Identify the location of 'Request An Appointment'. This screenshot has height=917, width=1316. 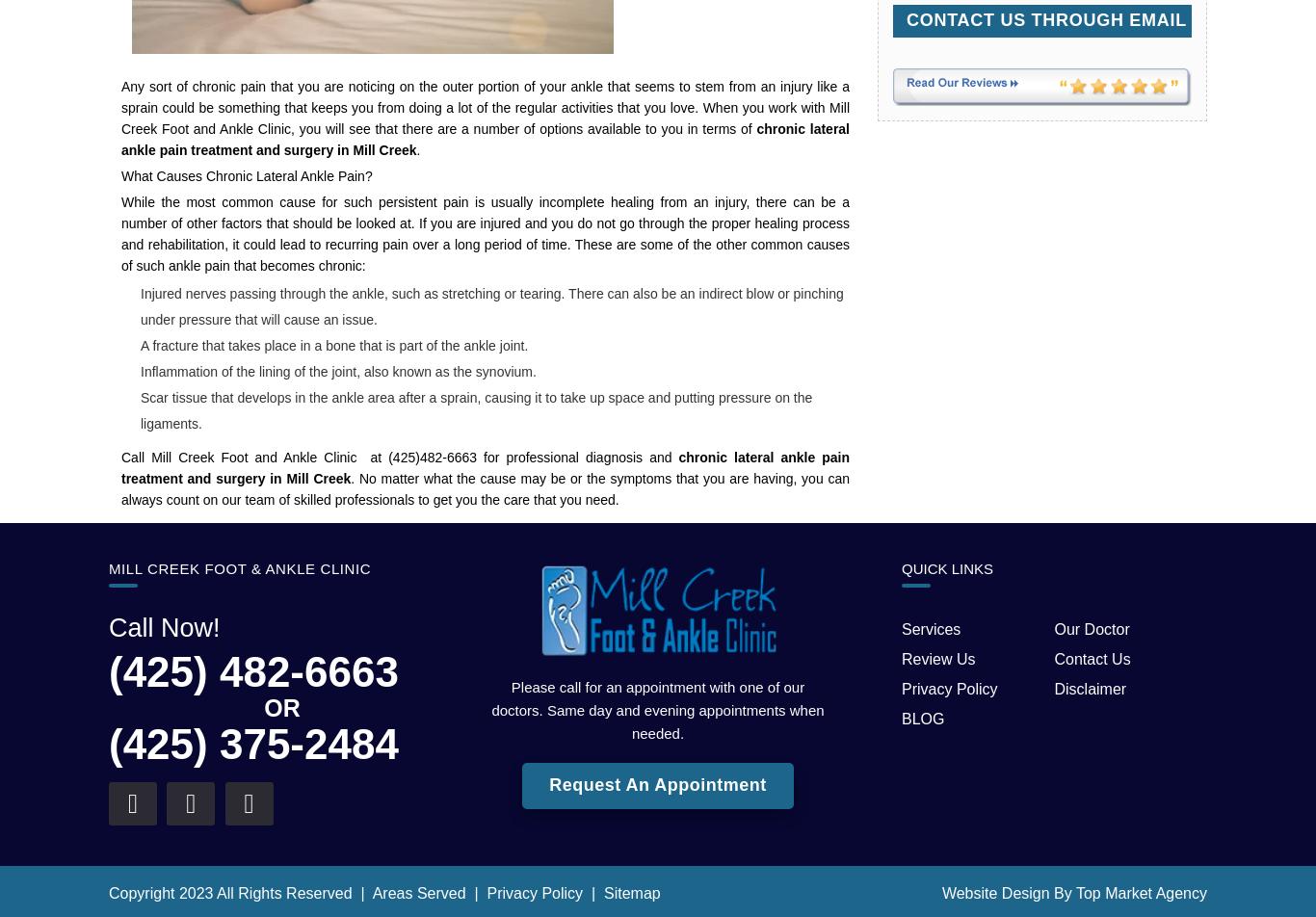
(656, 785).